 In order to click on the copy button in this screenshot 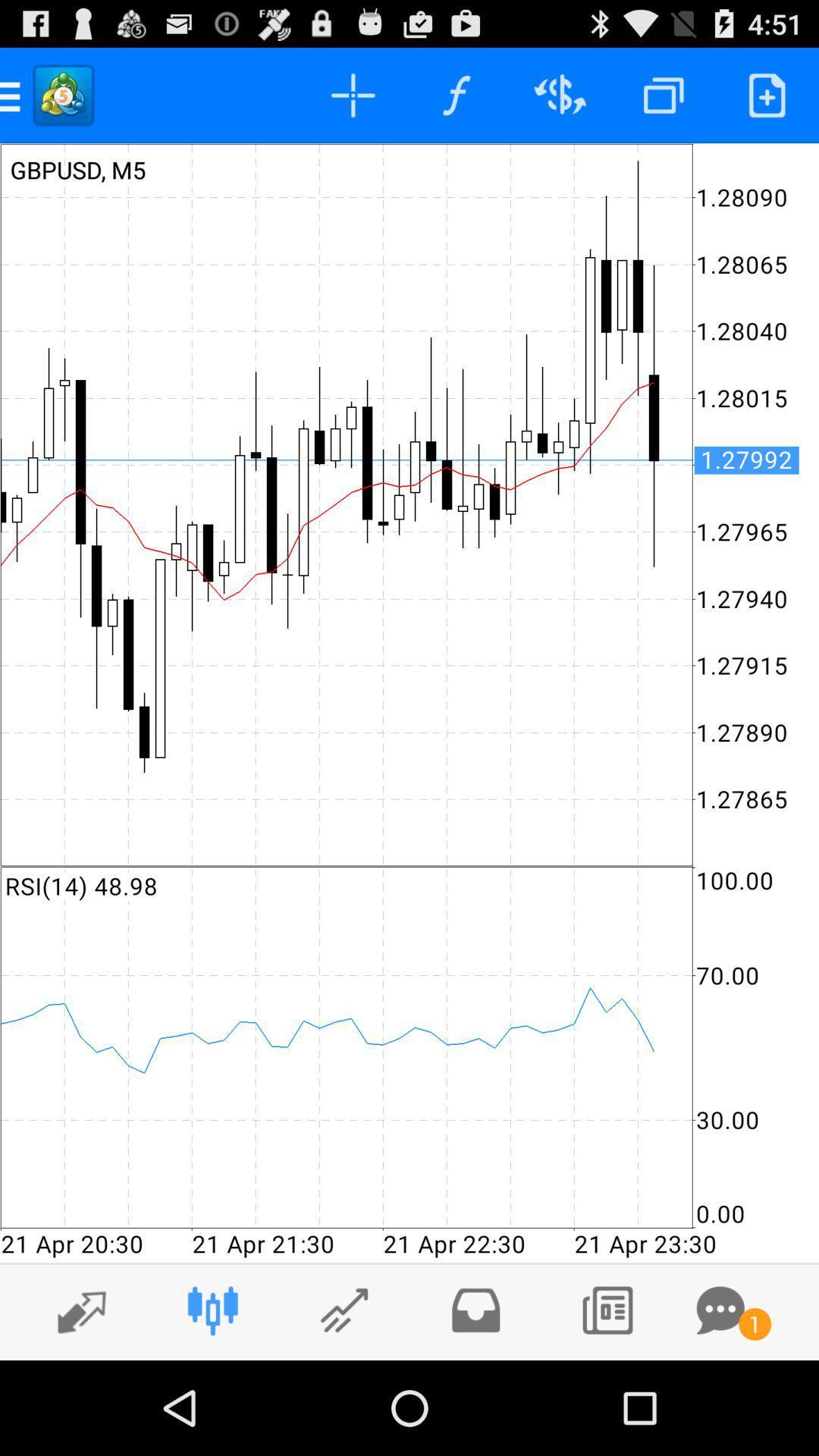, I will do `click(663, 94)`.